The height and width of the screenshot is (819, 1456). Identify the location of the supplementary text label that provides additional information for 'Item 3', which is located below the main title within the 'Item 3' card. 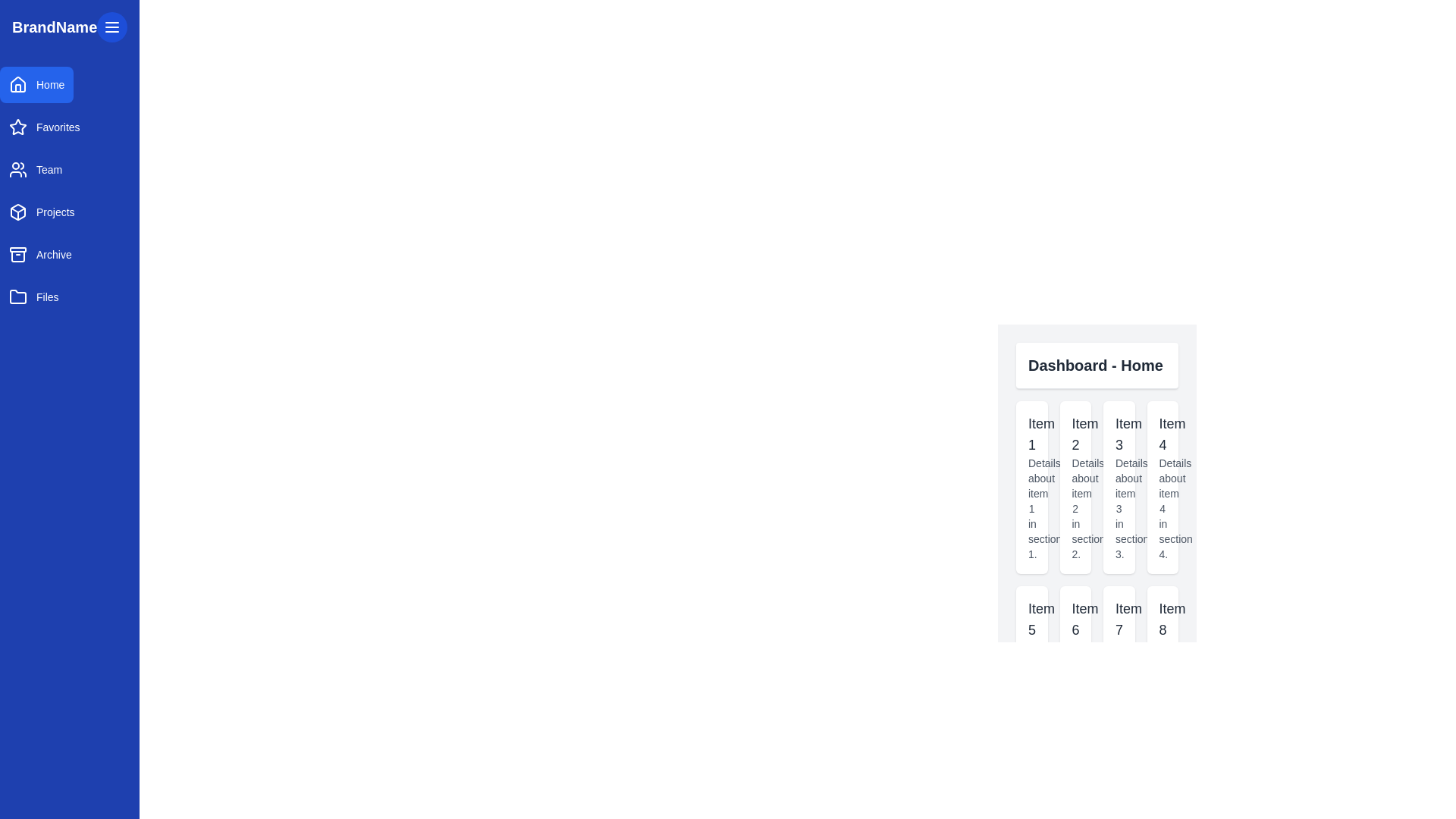
(1119, 509).